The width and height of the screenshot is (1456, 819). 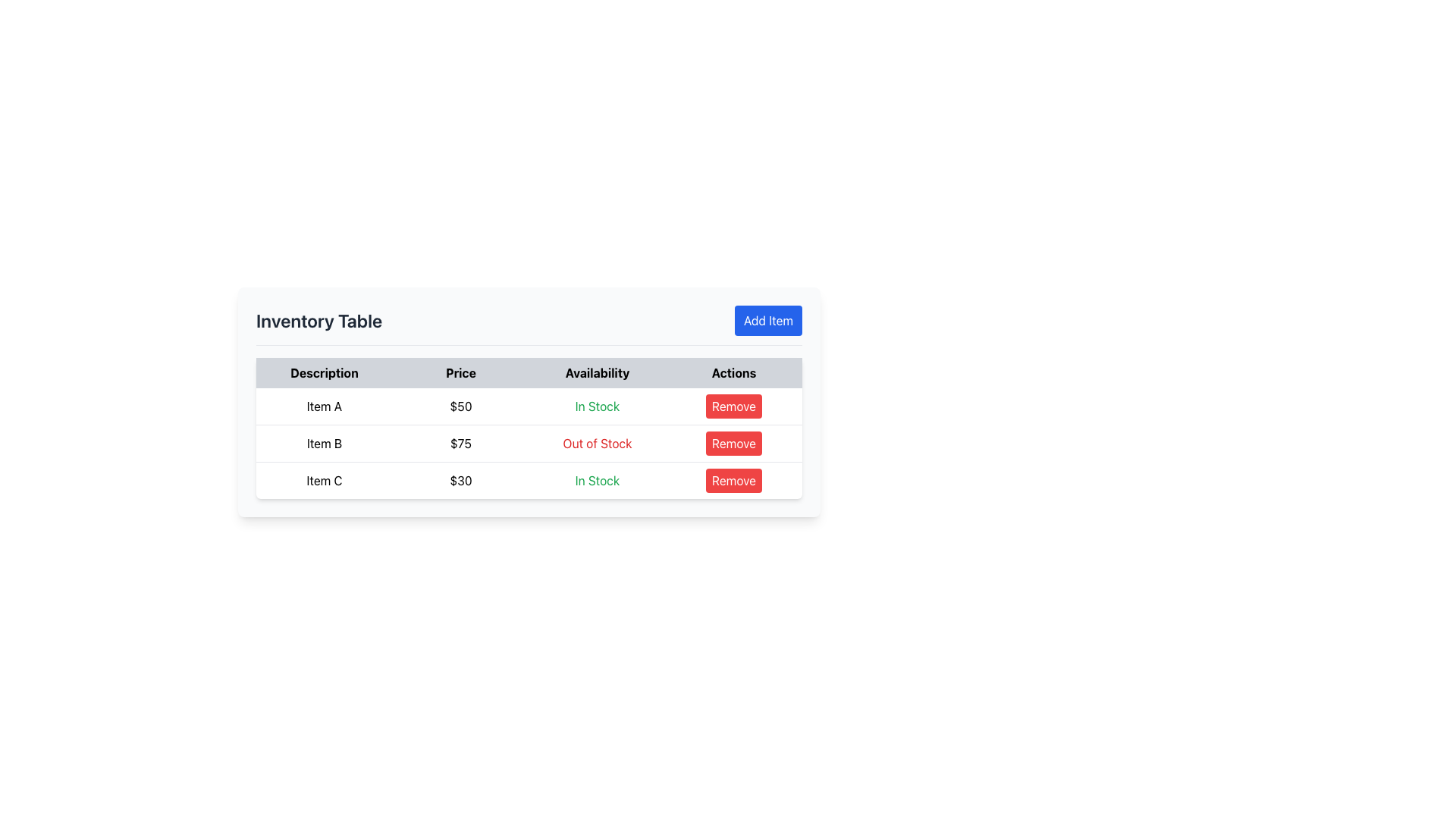 What do you see at coordinates (734, 373) in the screenshot?
I see `the text label 'Actions' which is styled in bold black typography and is the fourth header in a table layout` at bounding box center [734, 373].